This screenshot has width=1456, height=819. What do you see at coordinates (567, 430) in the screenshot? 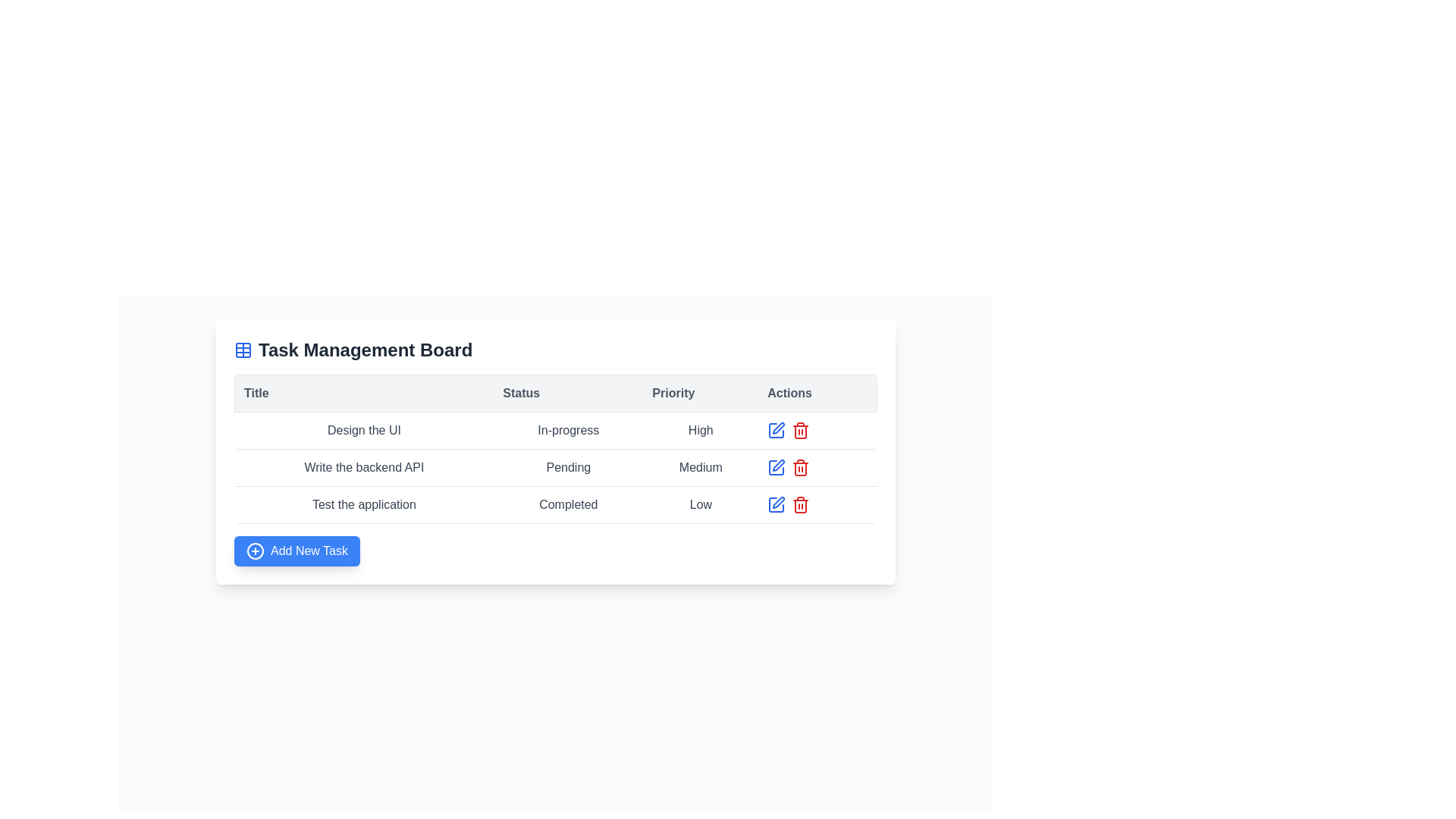
I see `the static text label displaying 'In-progress' in medium gray color, located in the 'Status' column of the task management board for the task 'Design the UI'` at bounding box center [567, 430].